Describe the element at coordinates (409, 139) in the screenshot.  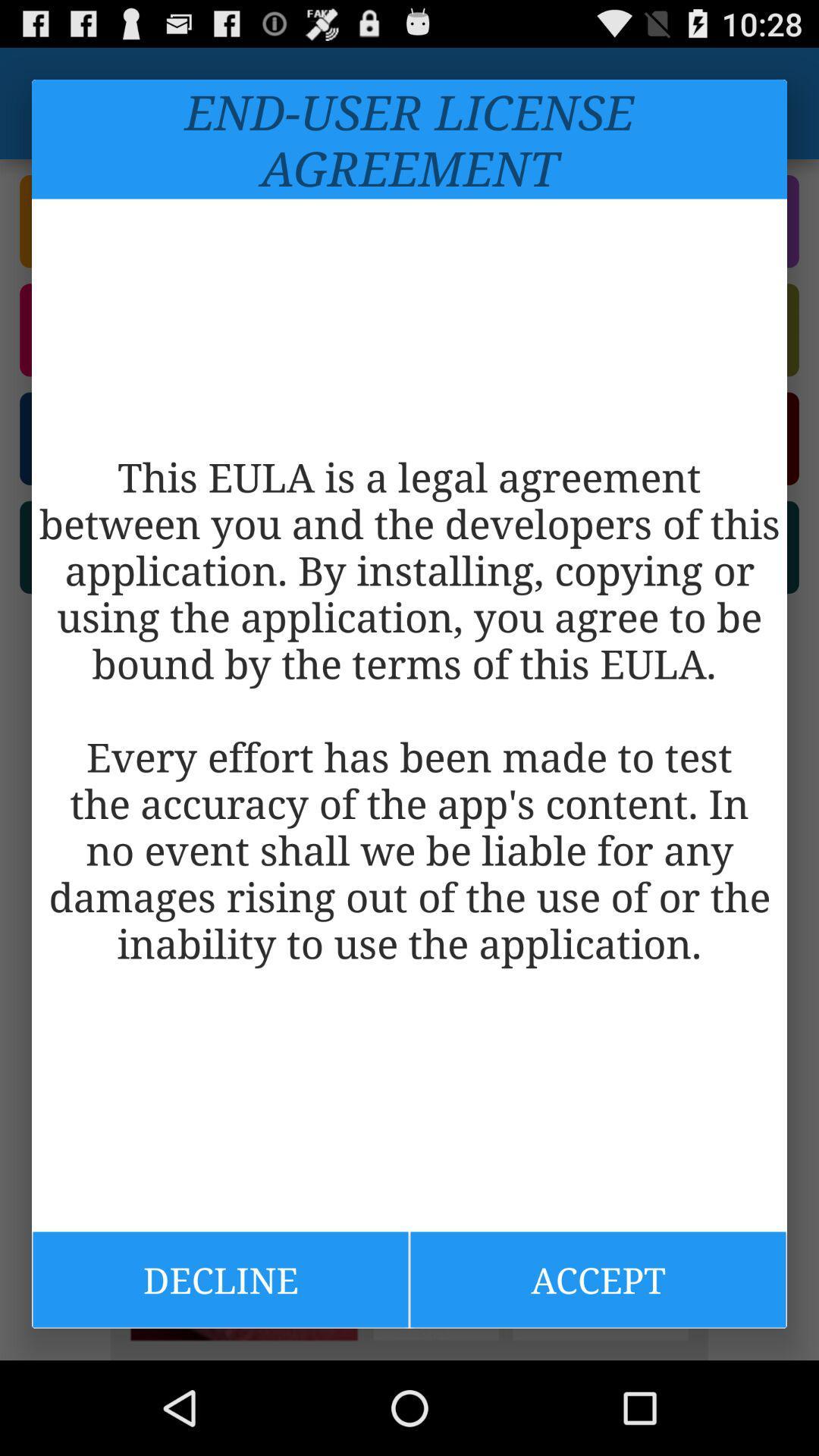
I see `icon at the top` at that location.